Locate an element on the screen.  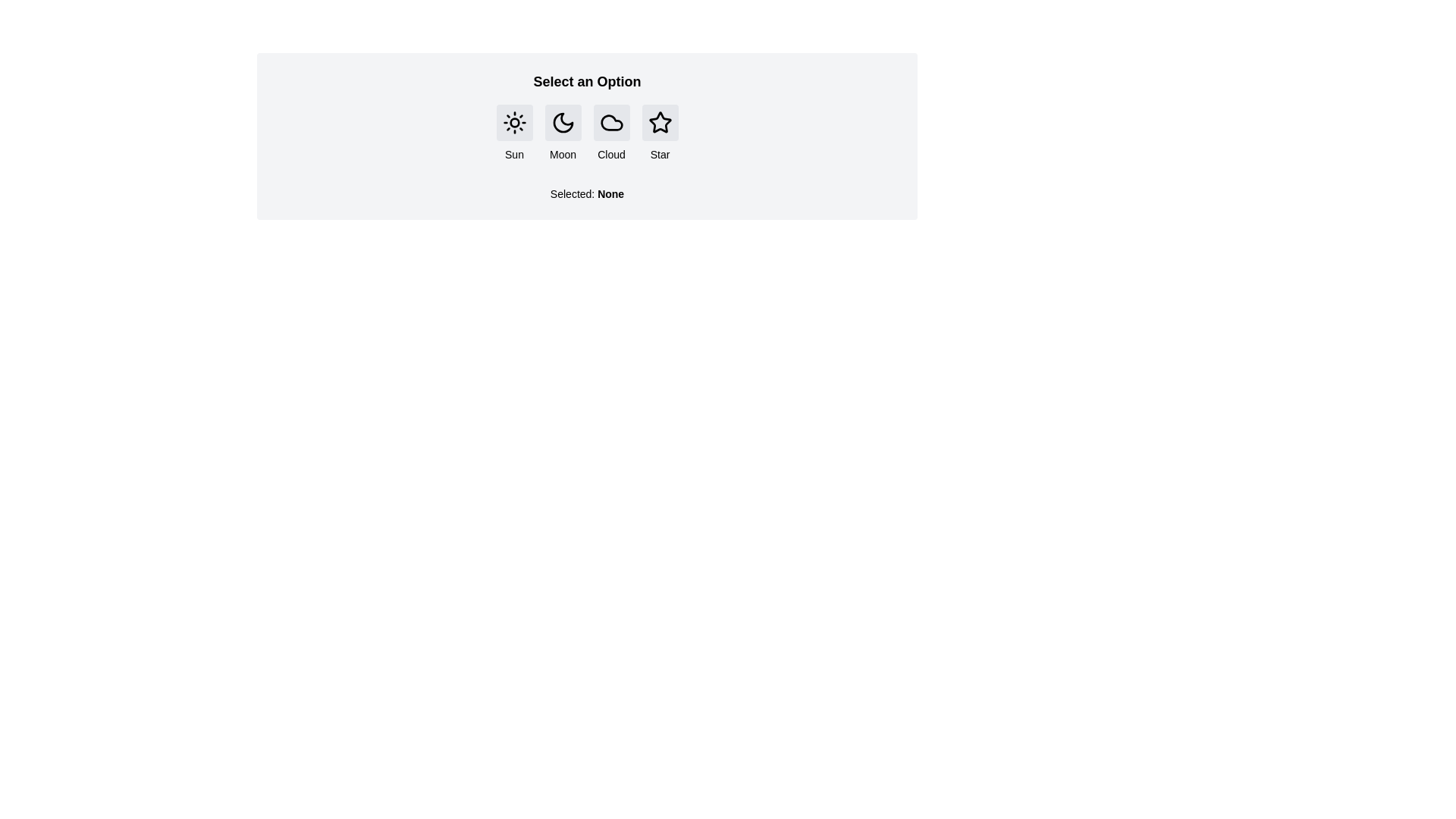
the cloud icon outline, which is the third icon in a row of four is located at coordinates (611, 122).